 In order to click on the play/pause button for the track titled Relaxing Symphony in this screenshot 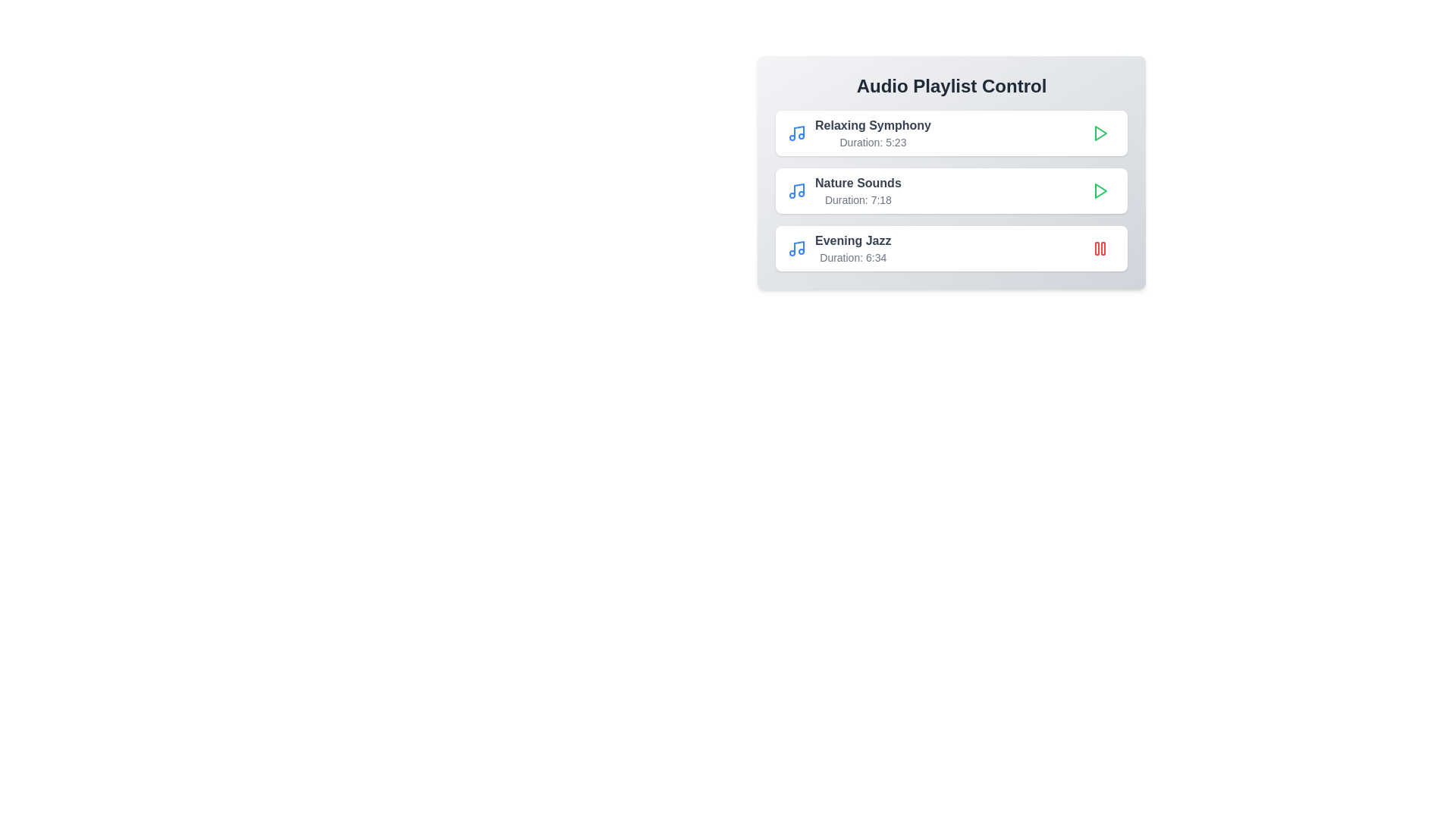, I will do `click(1100, 133)`.